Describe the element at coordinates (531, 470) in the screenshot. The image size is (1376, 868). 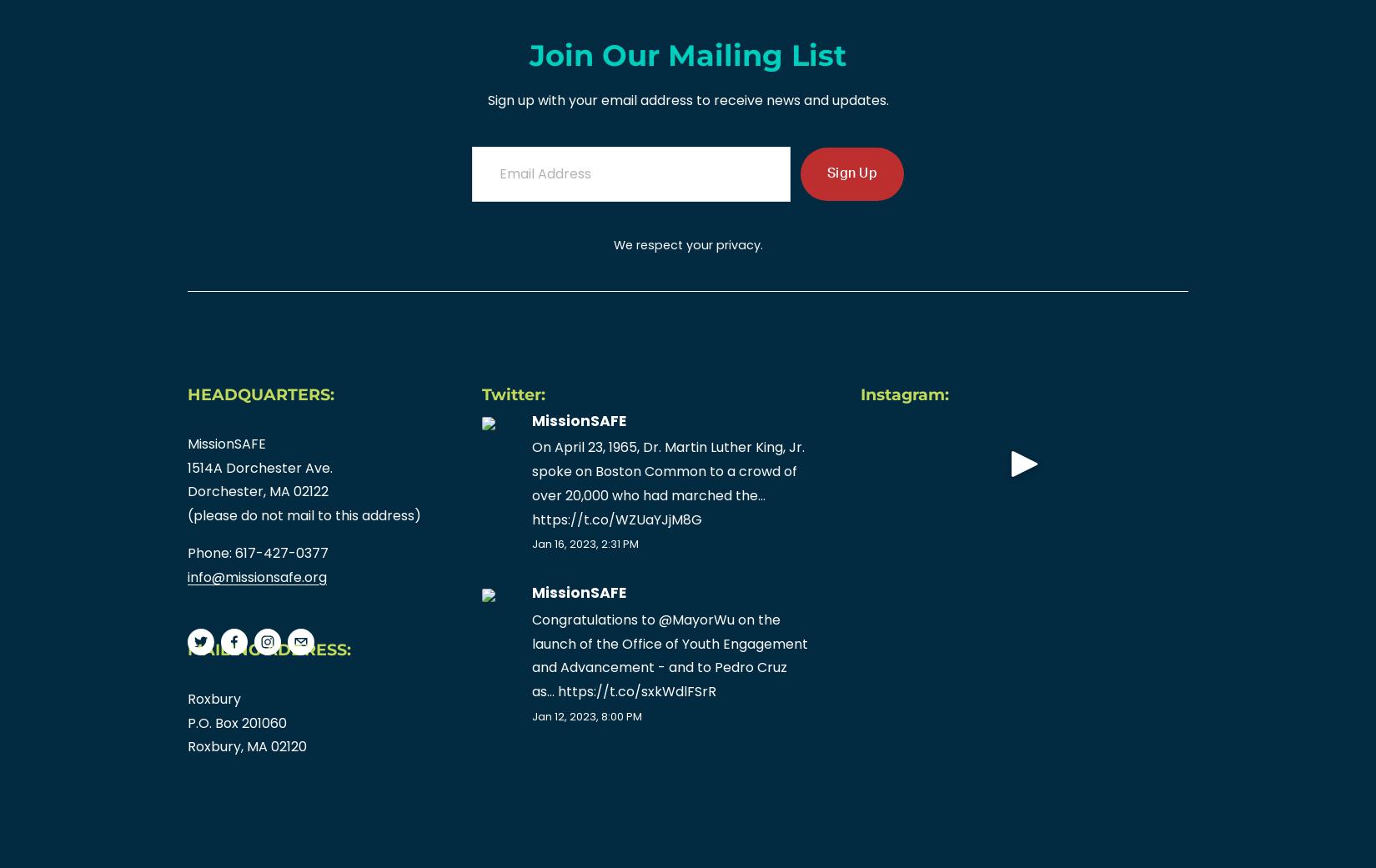
I see `'On April 23, 1965, Dr. Martin Luther King, Jr. spoke on Boston Common to a crowd of over 20,000 who had marched the…'` at that location.